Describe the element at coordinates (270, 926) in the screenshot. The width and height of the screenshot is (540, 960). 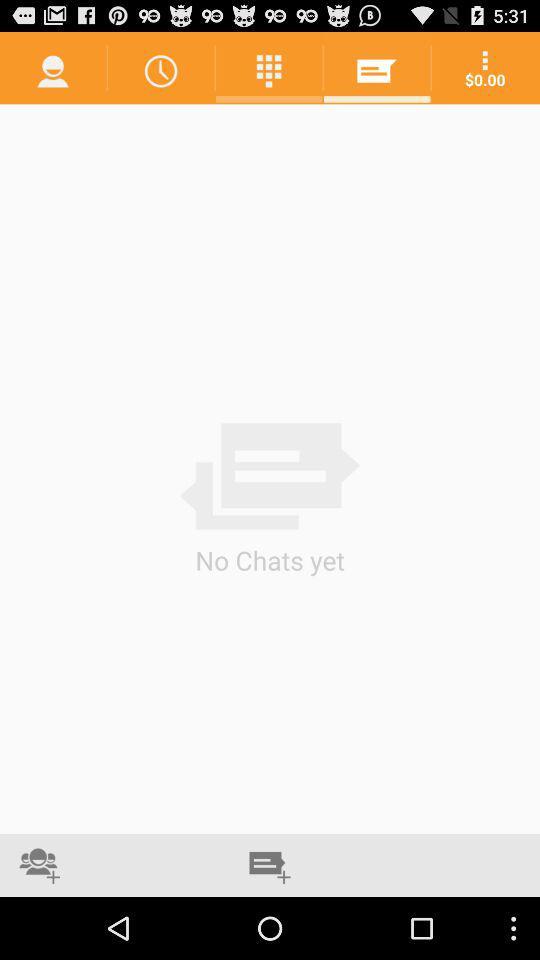
I see `the chat icon` at that location.